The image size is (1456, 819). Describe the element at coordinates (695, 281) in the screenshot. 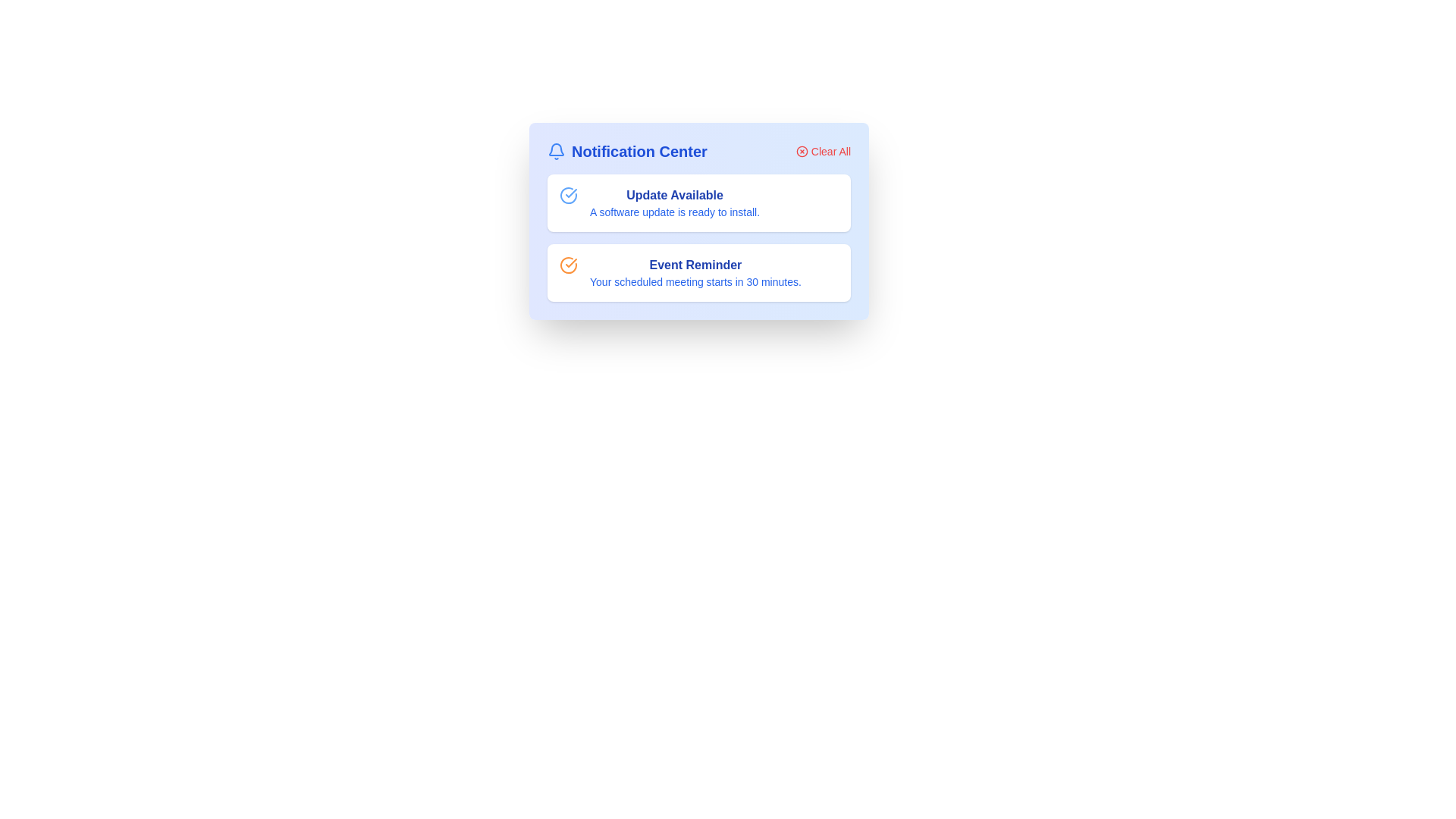

I see `the text label displaying 'Your scheduled meeting starts in 30 minutes.' located beneath the 'Event Reminder' label in the notification section` at that location.